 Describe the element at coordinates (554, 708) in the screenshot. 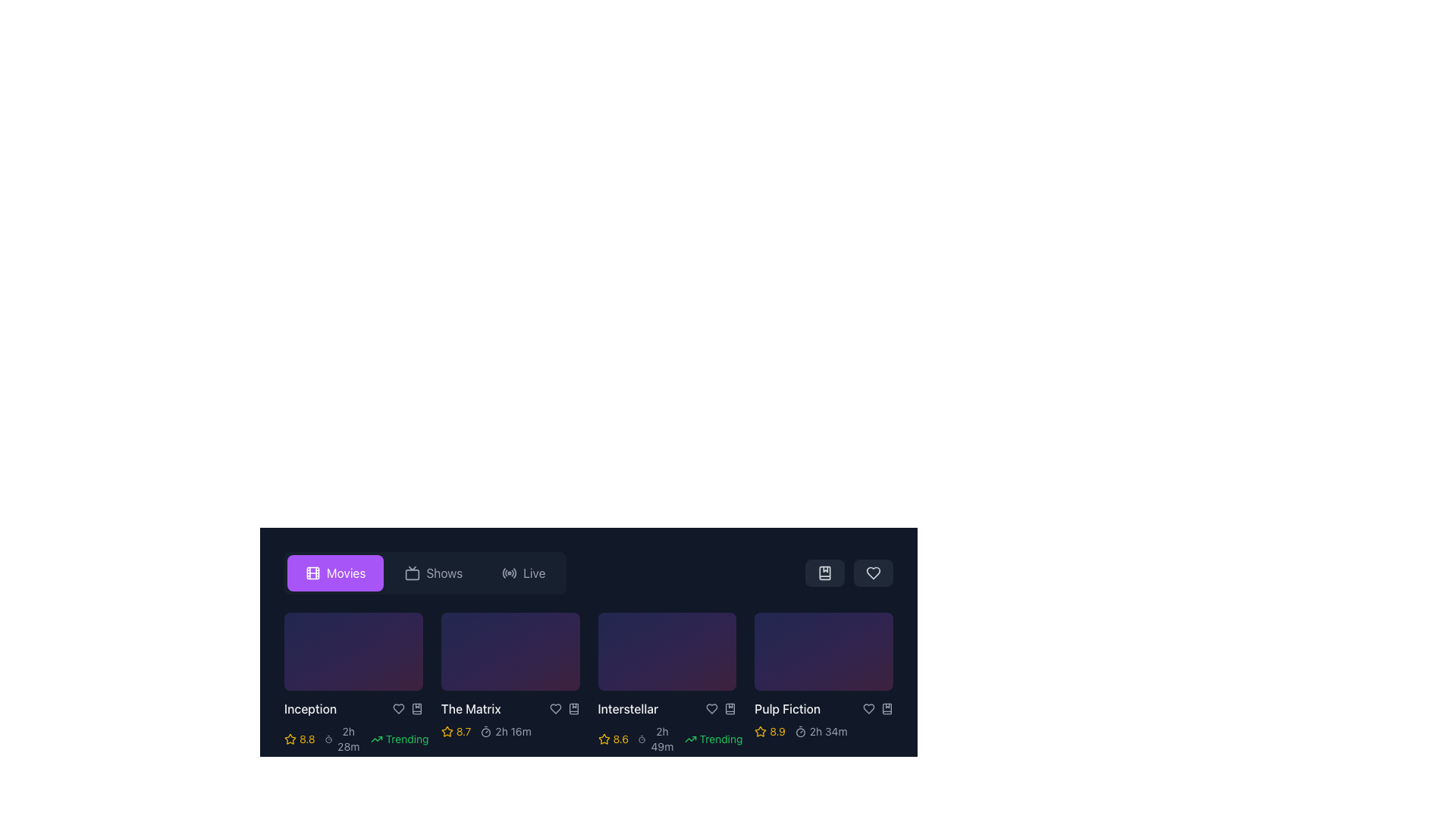

I see `the favorite marker icon located beneath the title 'The Matrix'` at that location.